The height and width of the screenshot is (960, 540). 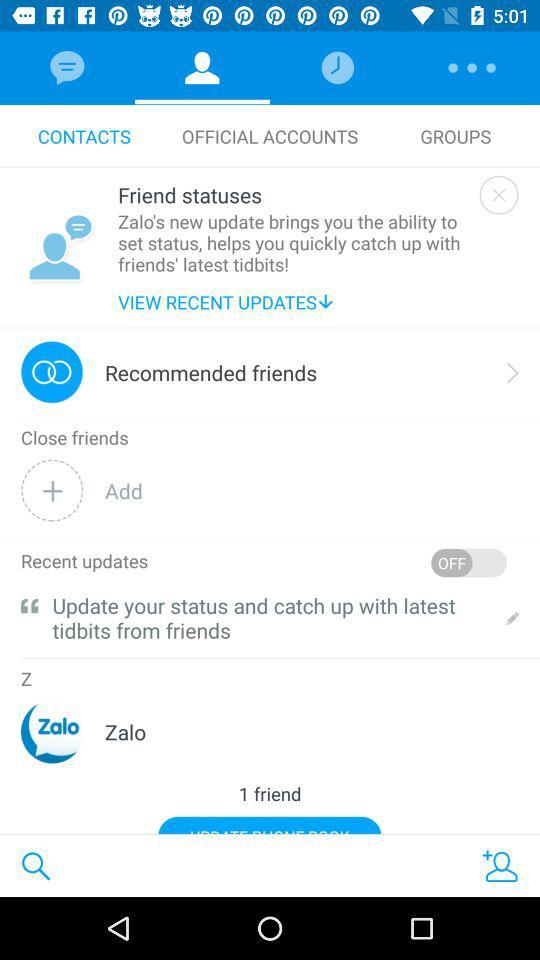 What do you see at coordinates (210, 371) in the screenshot?
I see `the recommended friends` at bounding box center [210, 371].